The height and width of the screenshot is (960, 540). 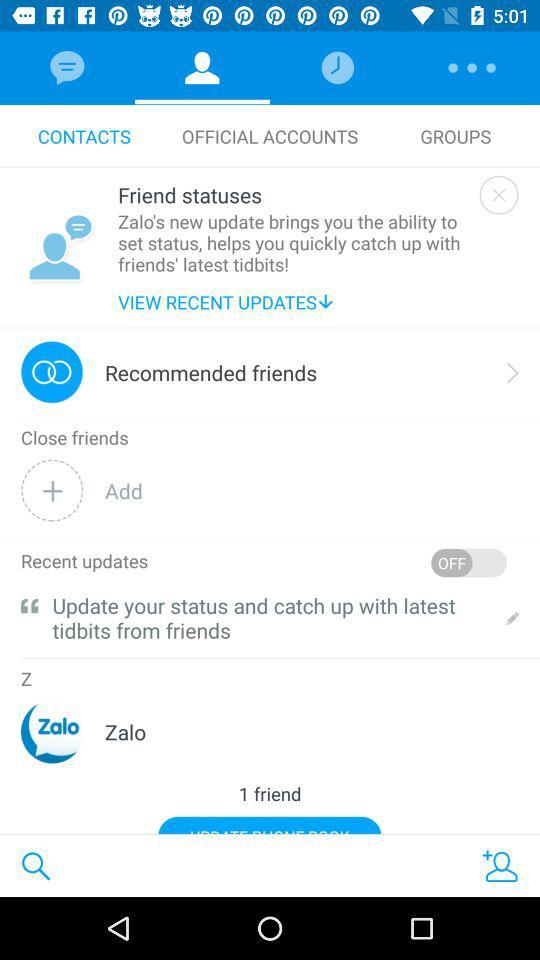 What do you see at coordinates (210, 371) in the screenshot?
I see `the recommended friends` at bounding box center [210, 371].